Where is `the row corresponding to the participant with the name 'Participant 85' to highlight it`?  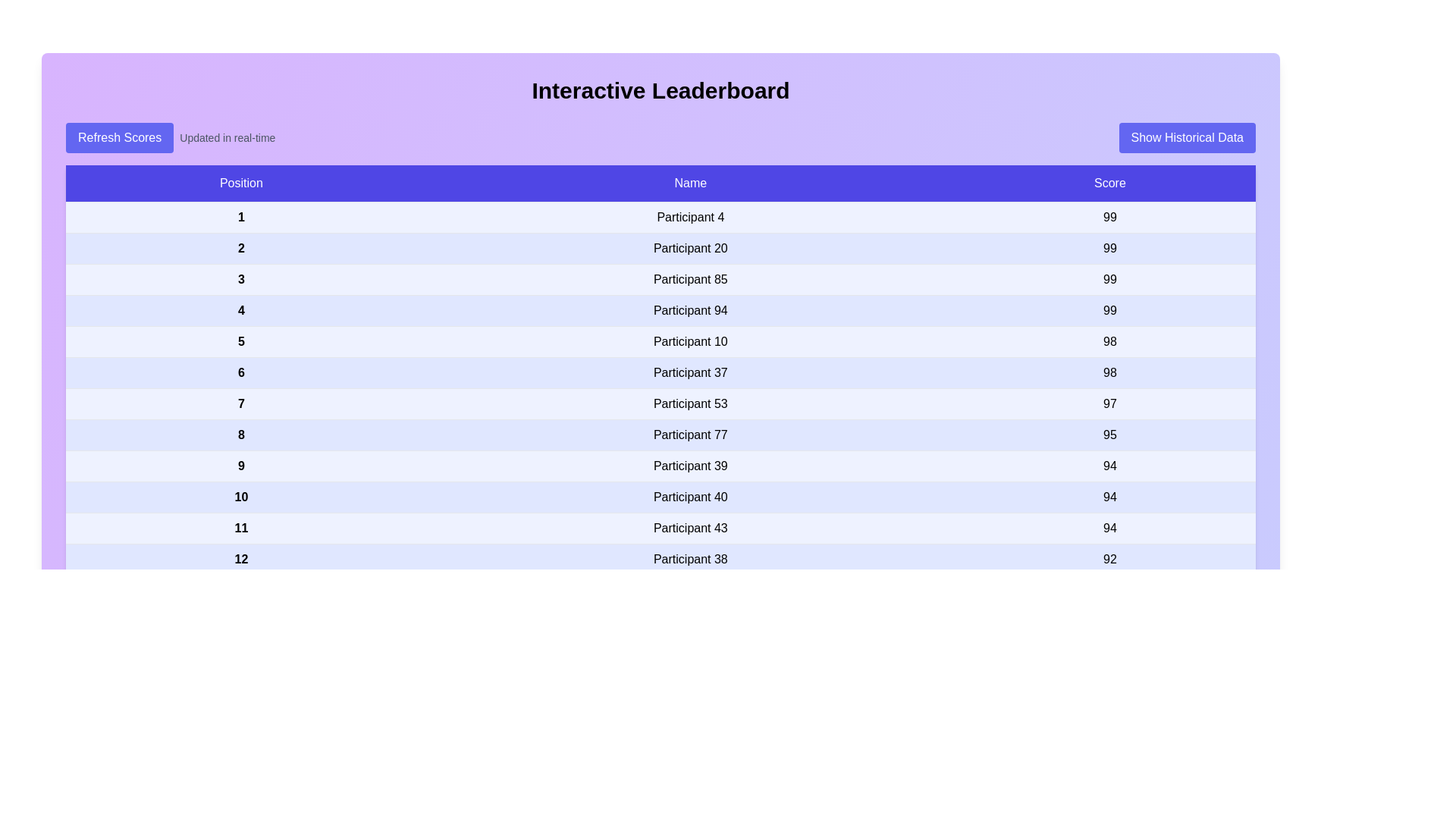
the row corresponding to the participant with the name 'Participant 85' to highlight it is located at coordinates (661, 280).